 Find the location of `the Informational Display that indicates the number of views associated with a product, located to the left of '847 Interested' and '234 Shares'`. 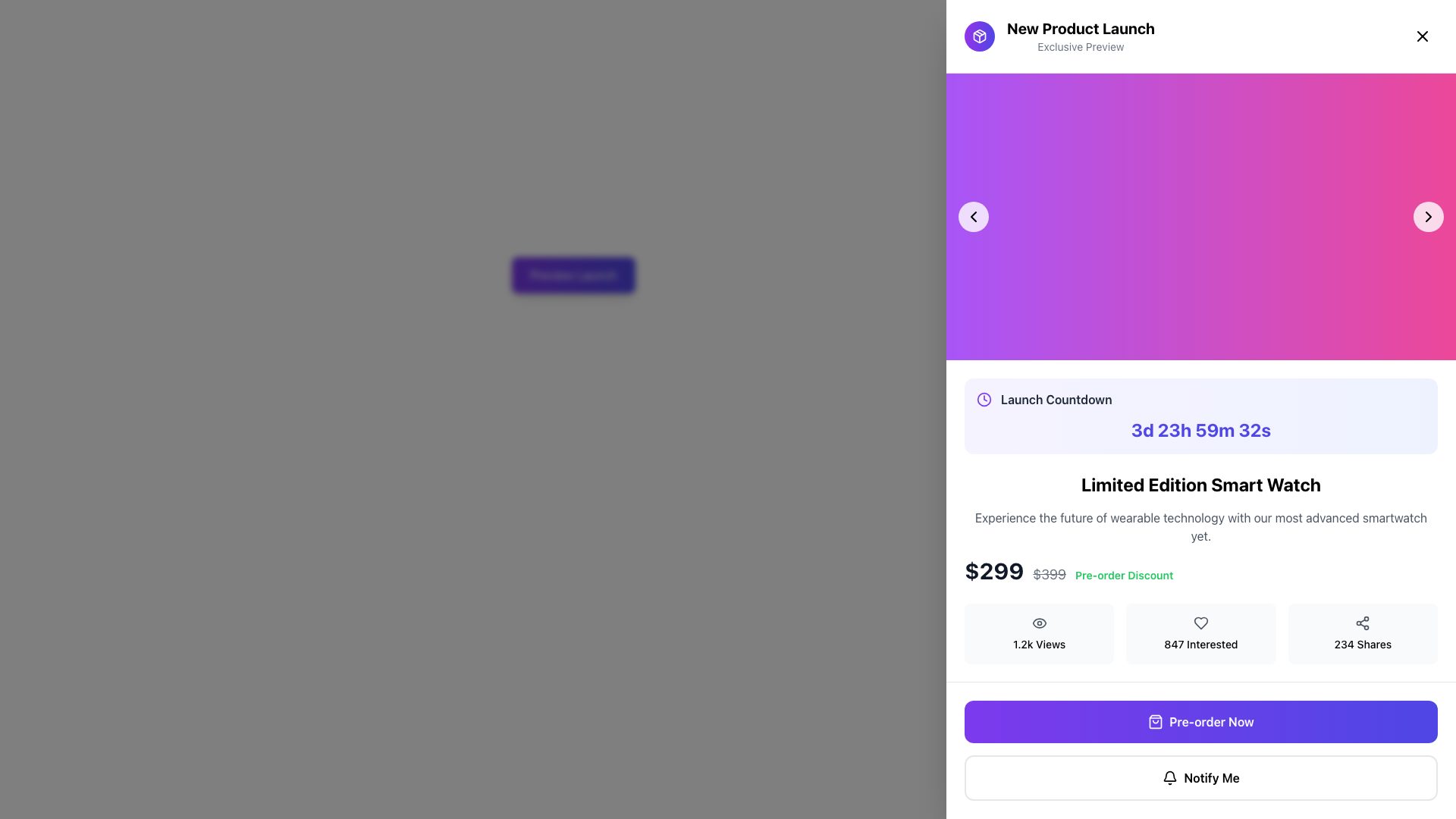

the Informational Display that indicates the number of views associated with a product, located to the left of '847 Interested' and '234 Shares' is located at coordinates (1038, 634).